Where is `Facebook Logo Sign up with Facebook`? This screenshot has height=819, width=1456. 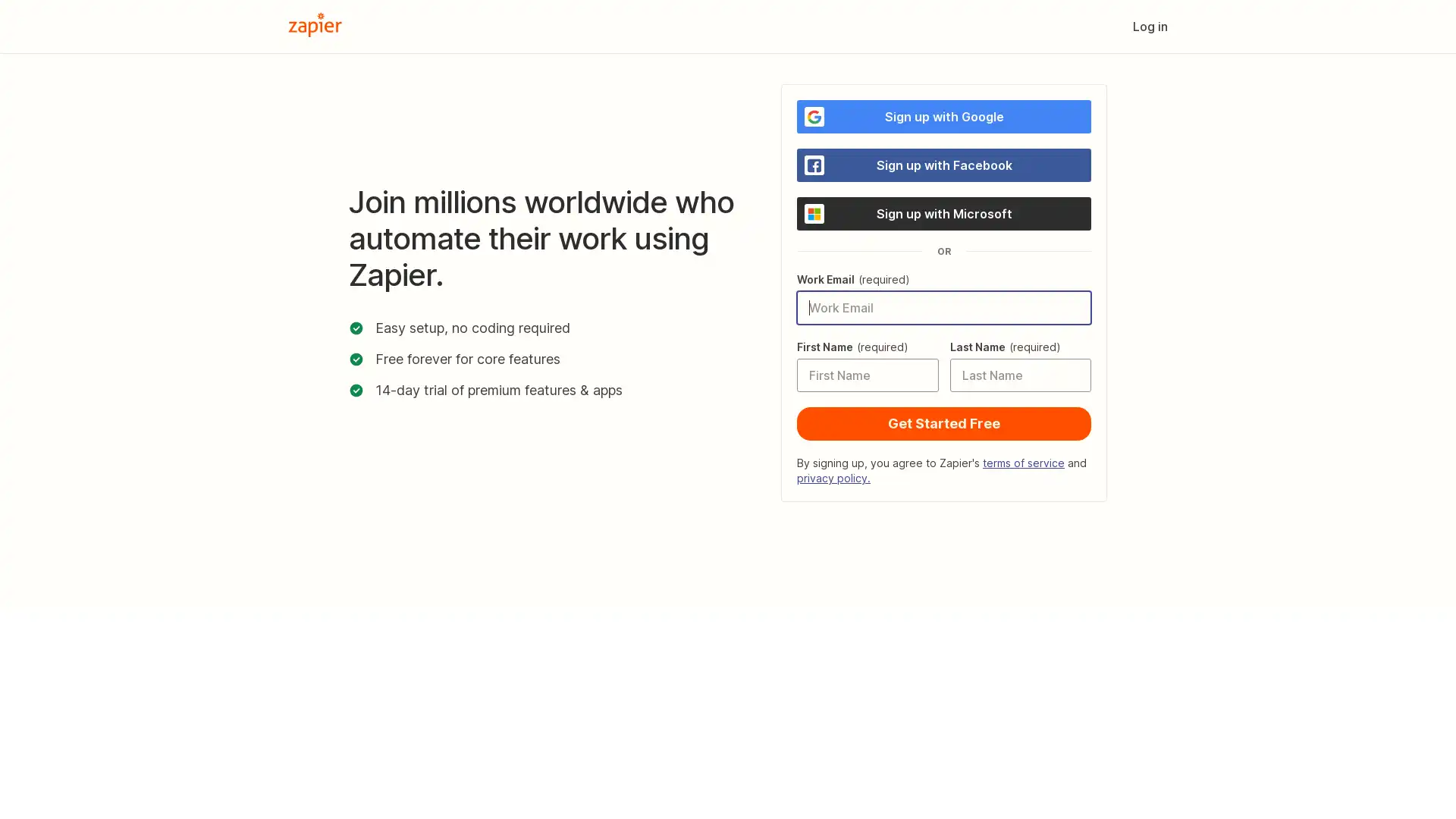
Facebook Logo Sign up with Facebook is located at coordinates (943, 165).